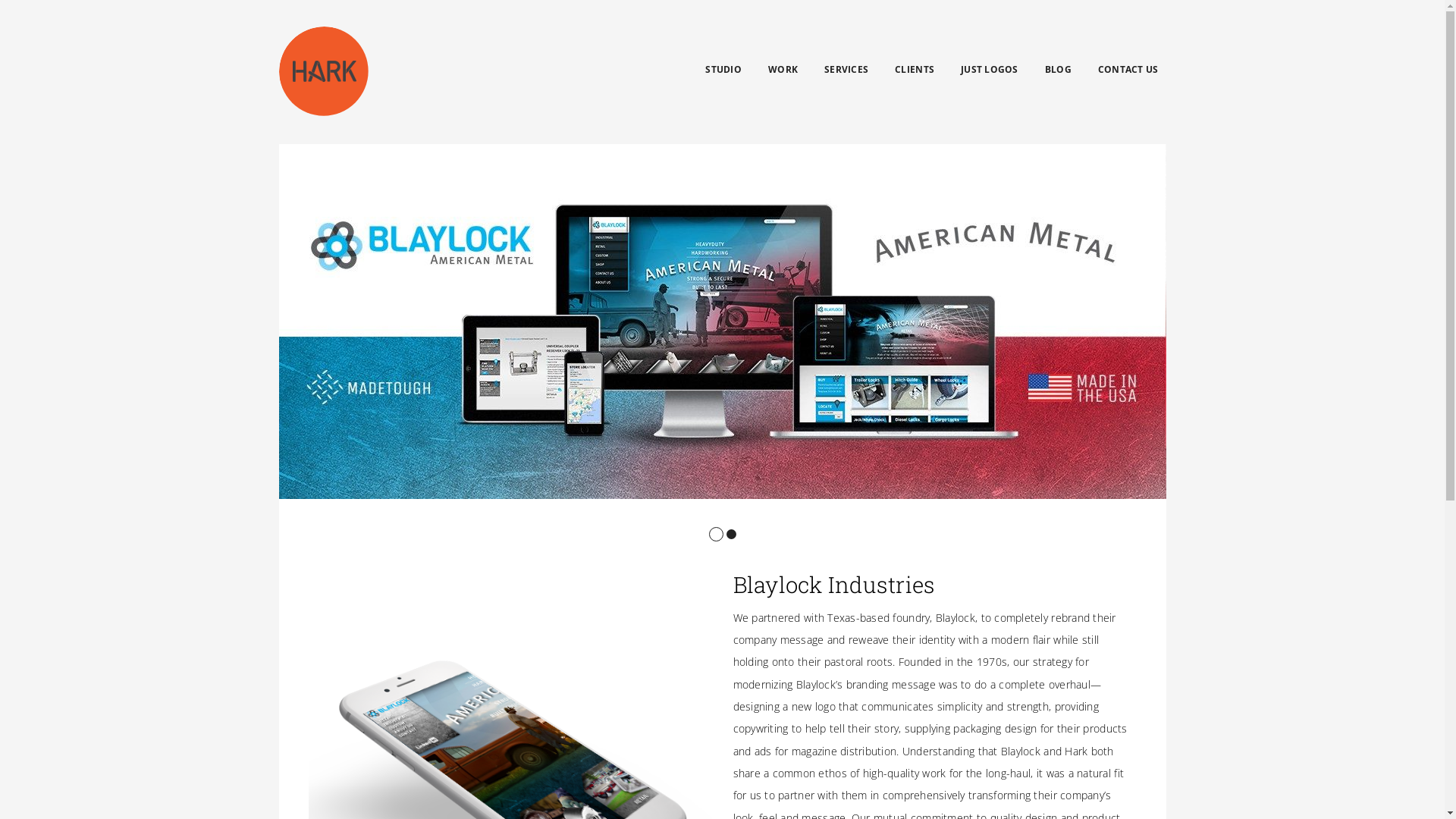 The width and height of the screenshot is (1456, 819). Describe the element at coordinates (783, 70) in the screenshot. I see `'WORK'` at that location.